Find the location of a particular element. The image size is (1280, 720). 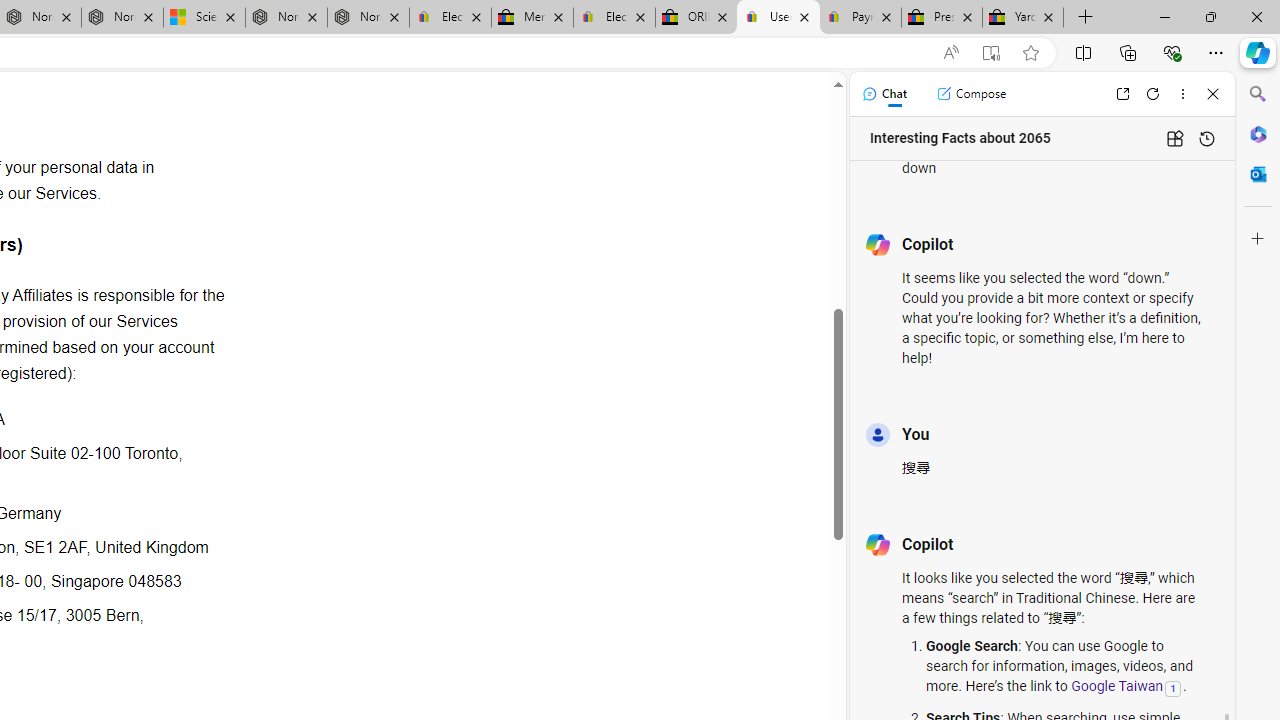

'Add this page to favorites (Ctrl+D)' is located at coordinates (1031, 52).